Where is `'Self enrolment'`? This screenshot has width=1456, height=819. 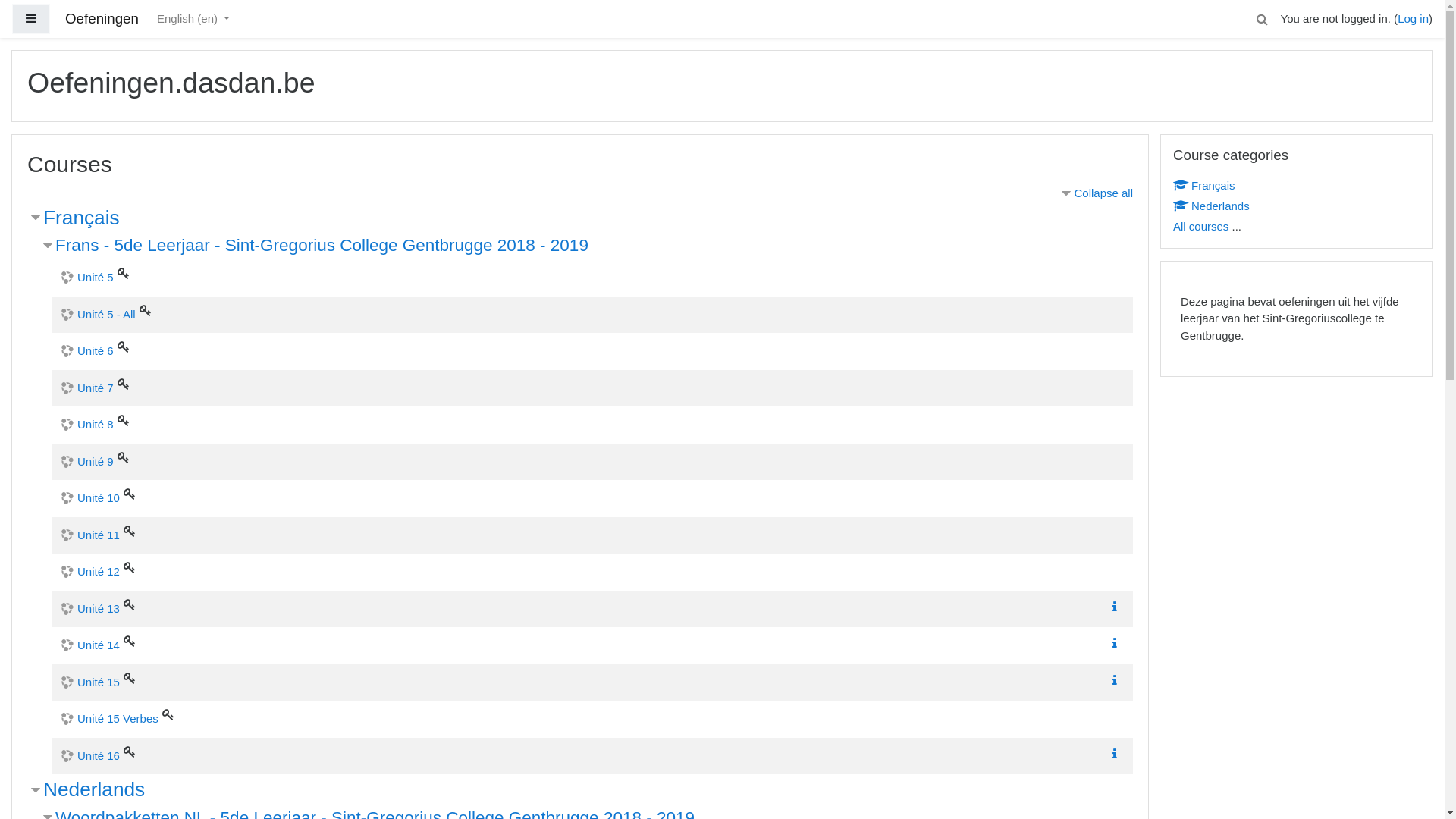 'Self enrolment' is located at coordinates (124, 346).